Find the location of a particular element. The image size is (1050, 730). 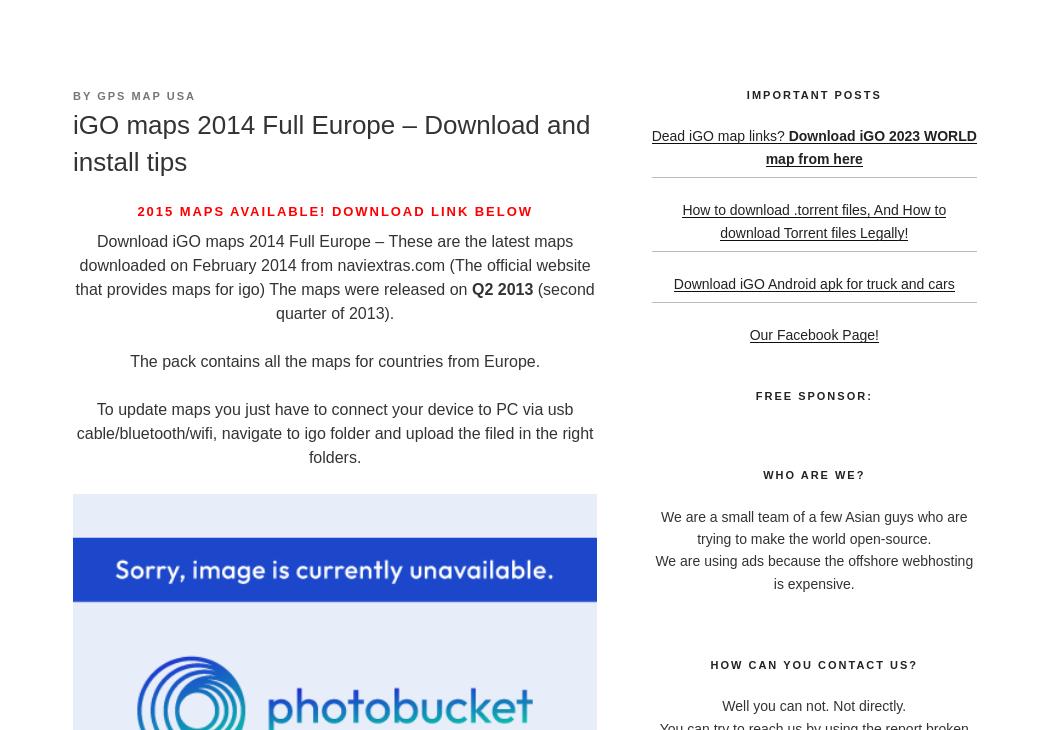

'To update maps you just have to connect your device to PC via usb cable/bluetooth/wifi, navigate to igo folder and upload the filed in the right folders.' is located at coordinates (334, 432).